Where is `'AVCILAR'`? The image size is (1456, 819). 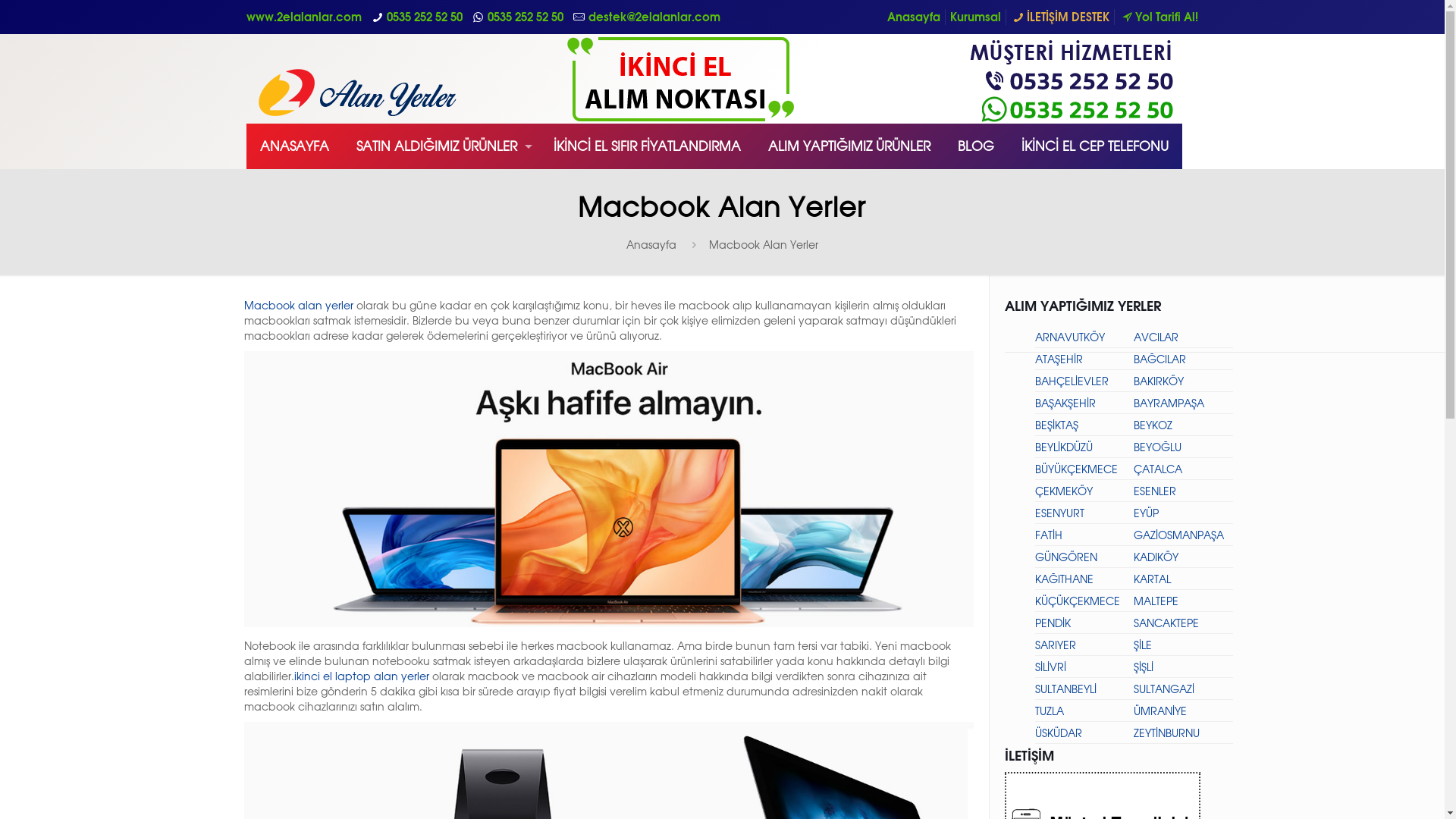
'AVCILAR' is located at coordinates (1155, 336).